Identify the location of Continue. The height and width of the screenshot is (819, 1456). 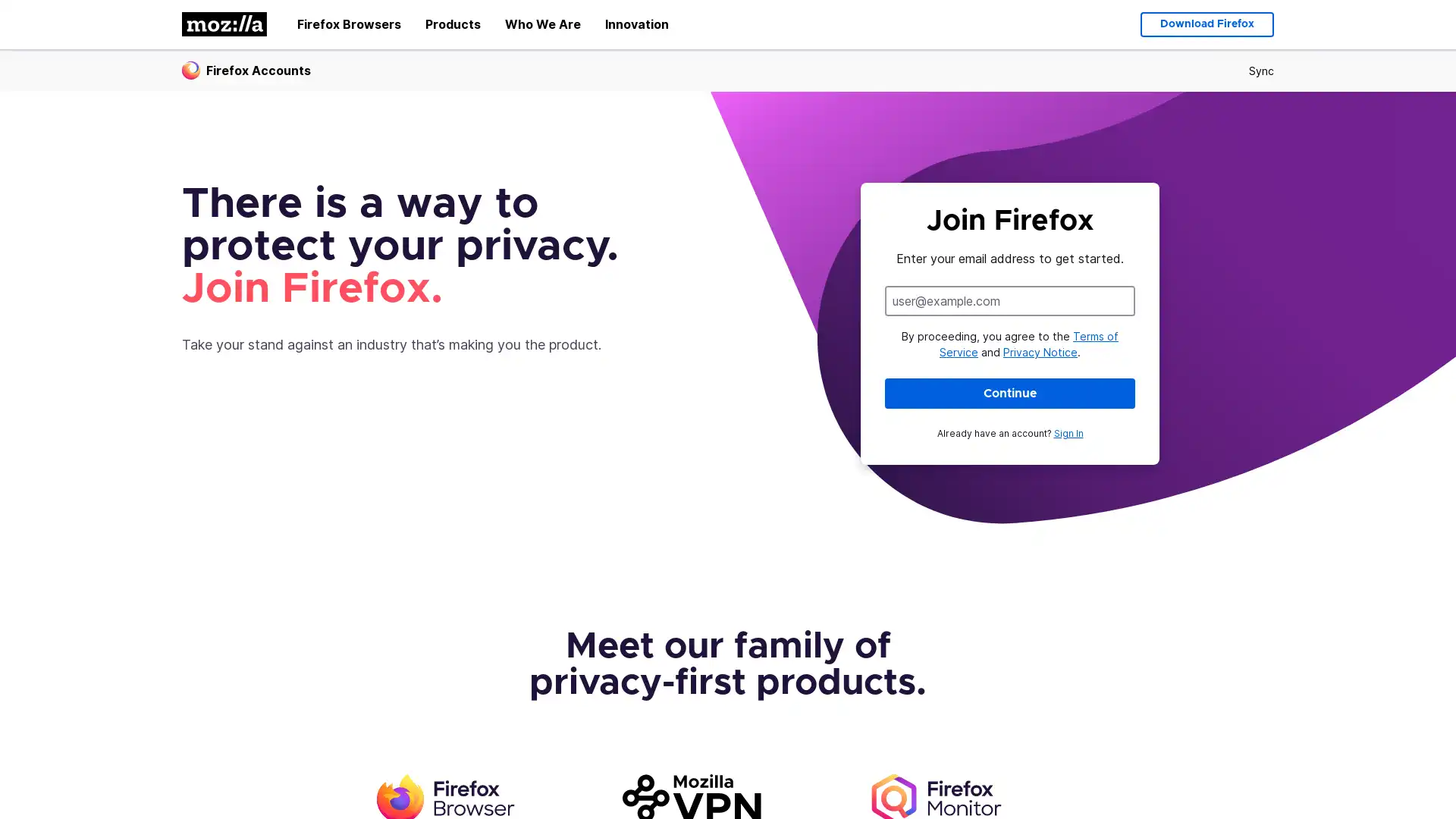
(1009, 391).